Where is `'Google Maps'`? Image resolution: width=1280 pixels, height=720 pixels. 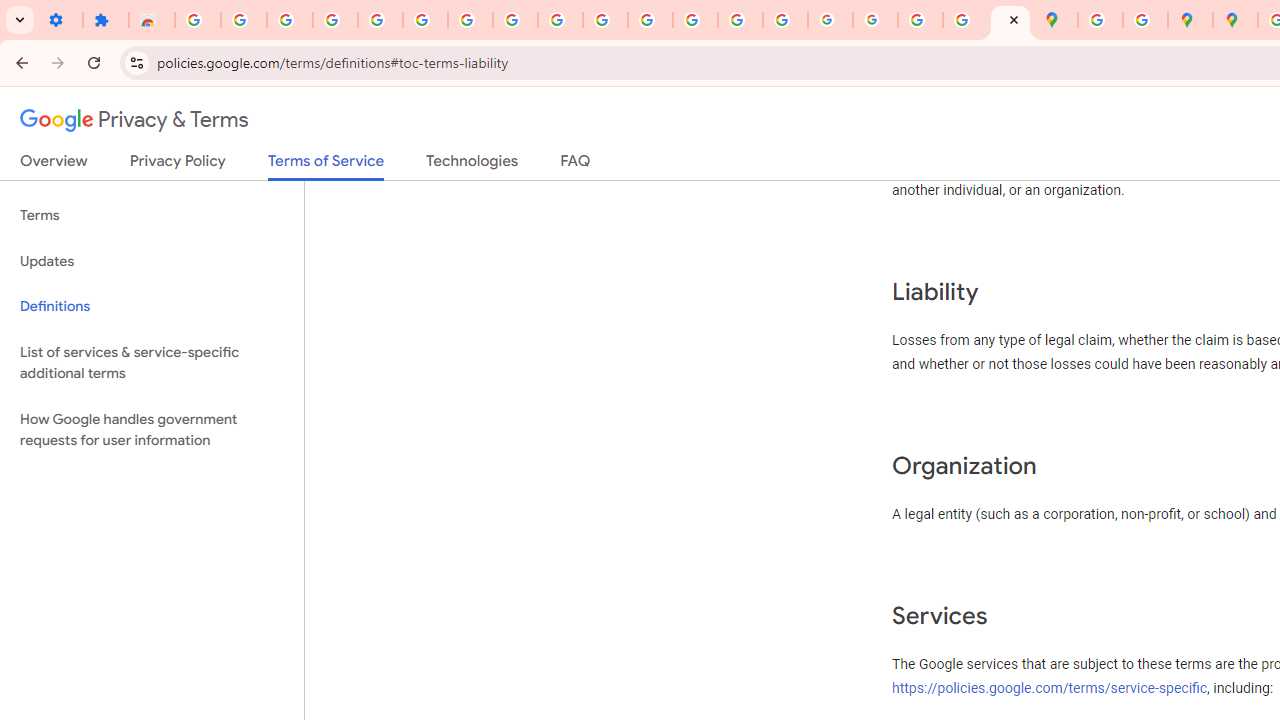 'Google Maps' is located at coordinates (1054, 20).